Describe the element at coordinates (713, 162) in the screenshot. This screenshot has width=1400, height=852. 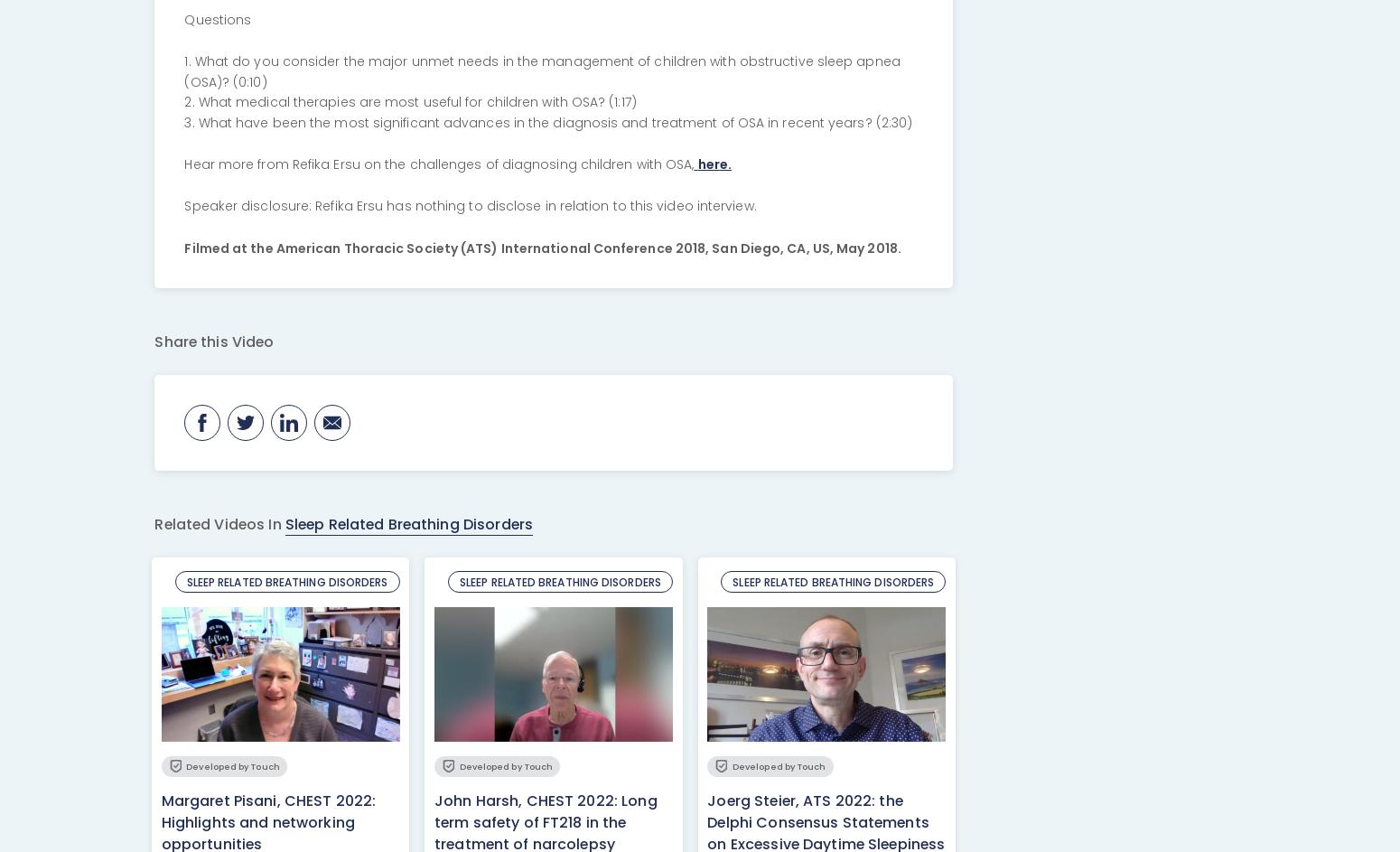
I see `'here.'` at that location.